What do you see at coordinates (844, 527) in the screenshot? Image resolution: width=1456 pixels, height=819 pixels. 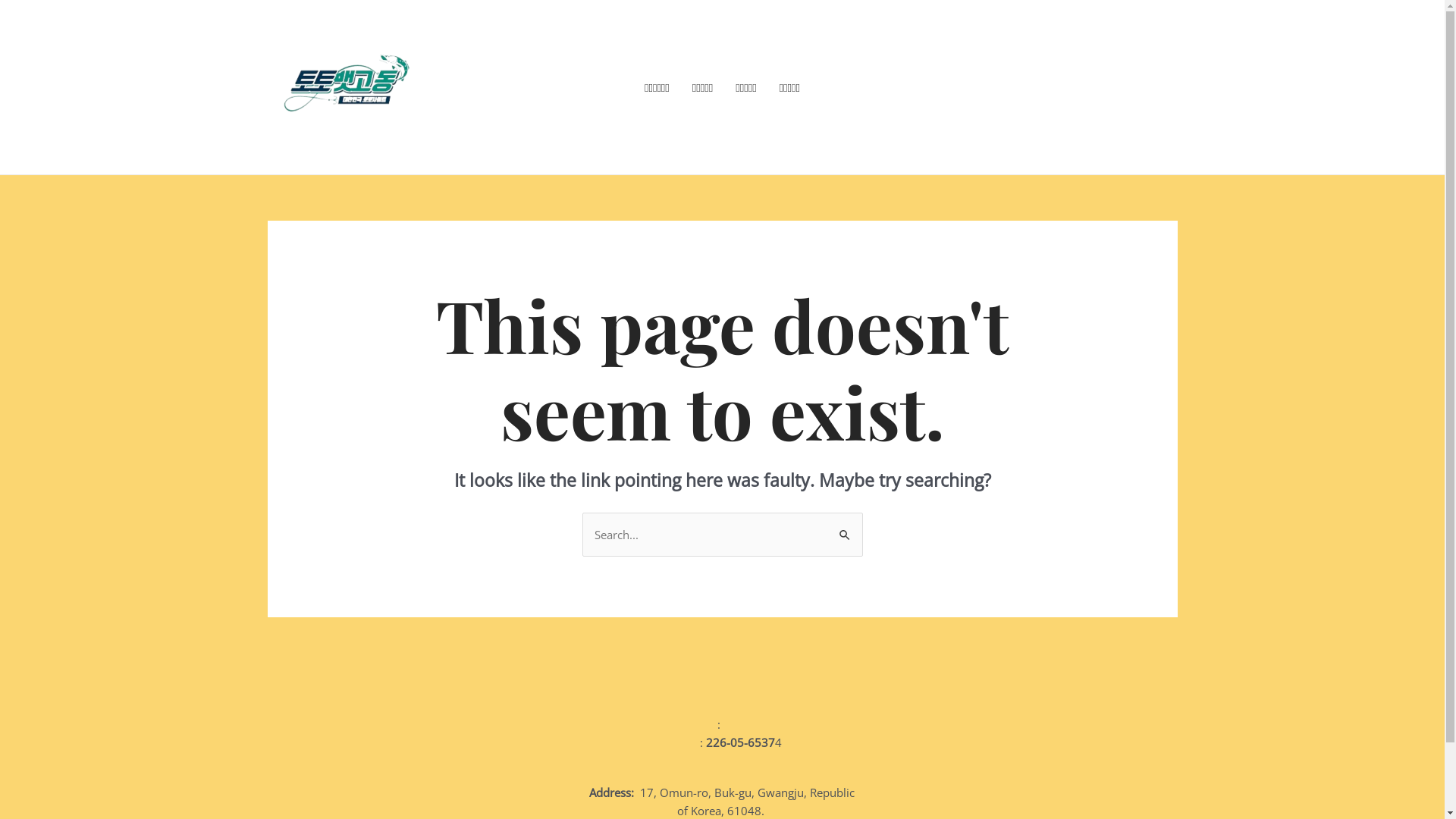 I see `'Search'` at bounding box center [844, 527].